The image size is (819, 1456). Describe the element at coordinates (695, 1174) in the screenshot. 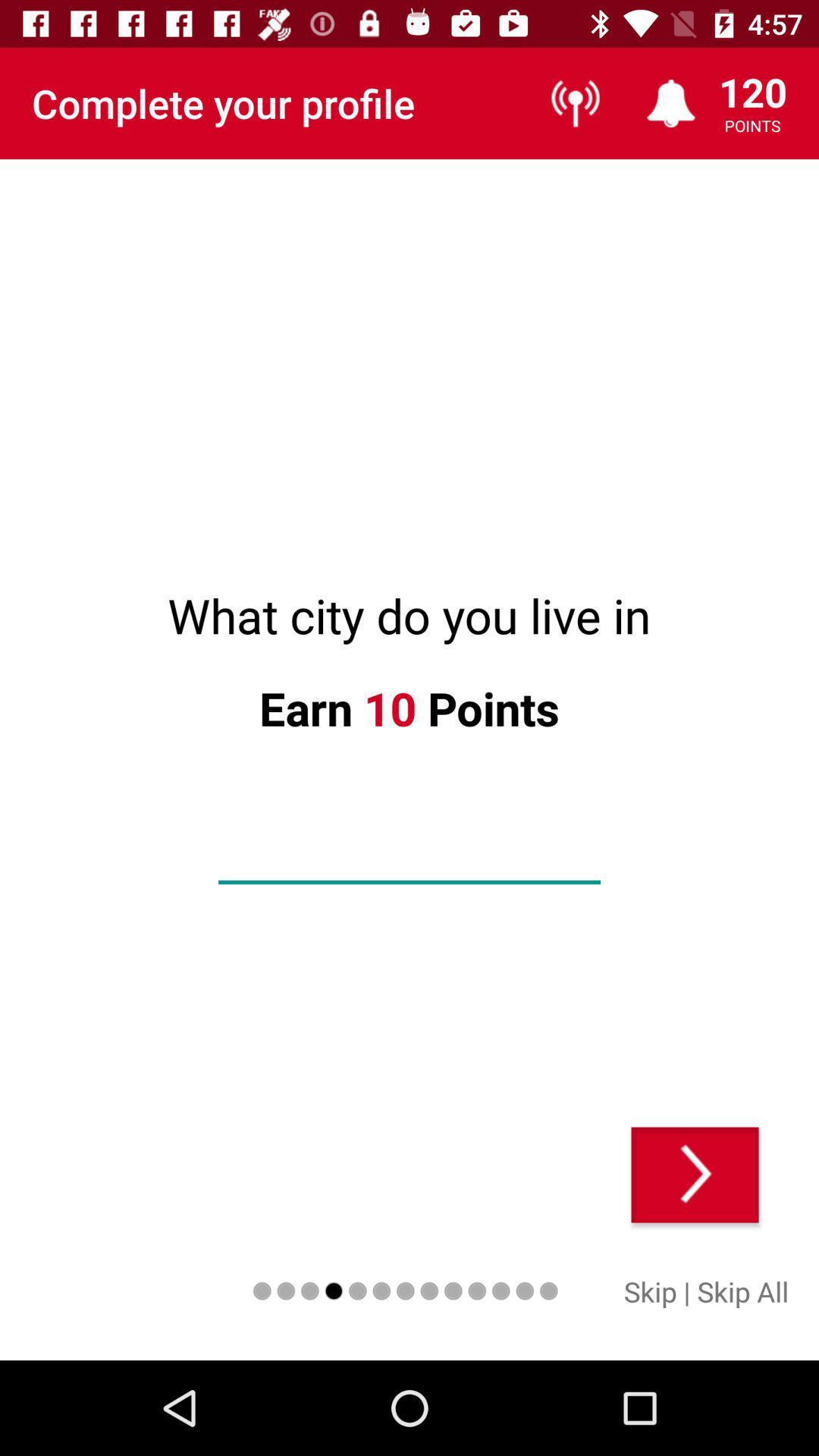

I see `next` at that location.